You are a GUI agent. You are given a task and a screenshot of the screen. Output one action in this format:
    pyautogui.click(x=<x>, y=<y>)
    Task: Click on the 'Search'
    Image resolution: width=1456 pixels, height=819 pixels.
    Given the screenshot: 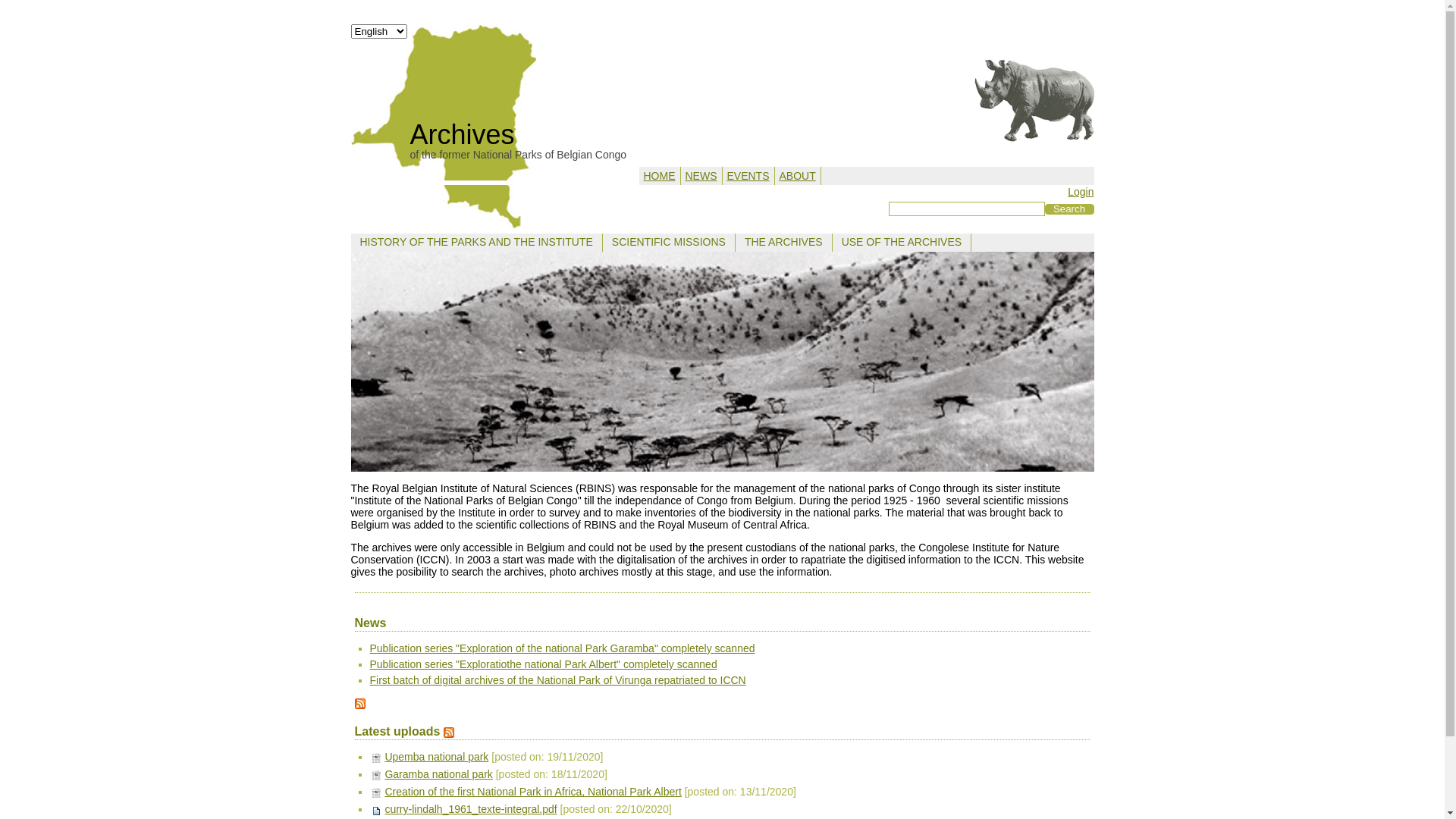 What is the action you would take?
    pyautogui.click(x=1068, y=209)
    